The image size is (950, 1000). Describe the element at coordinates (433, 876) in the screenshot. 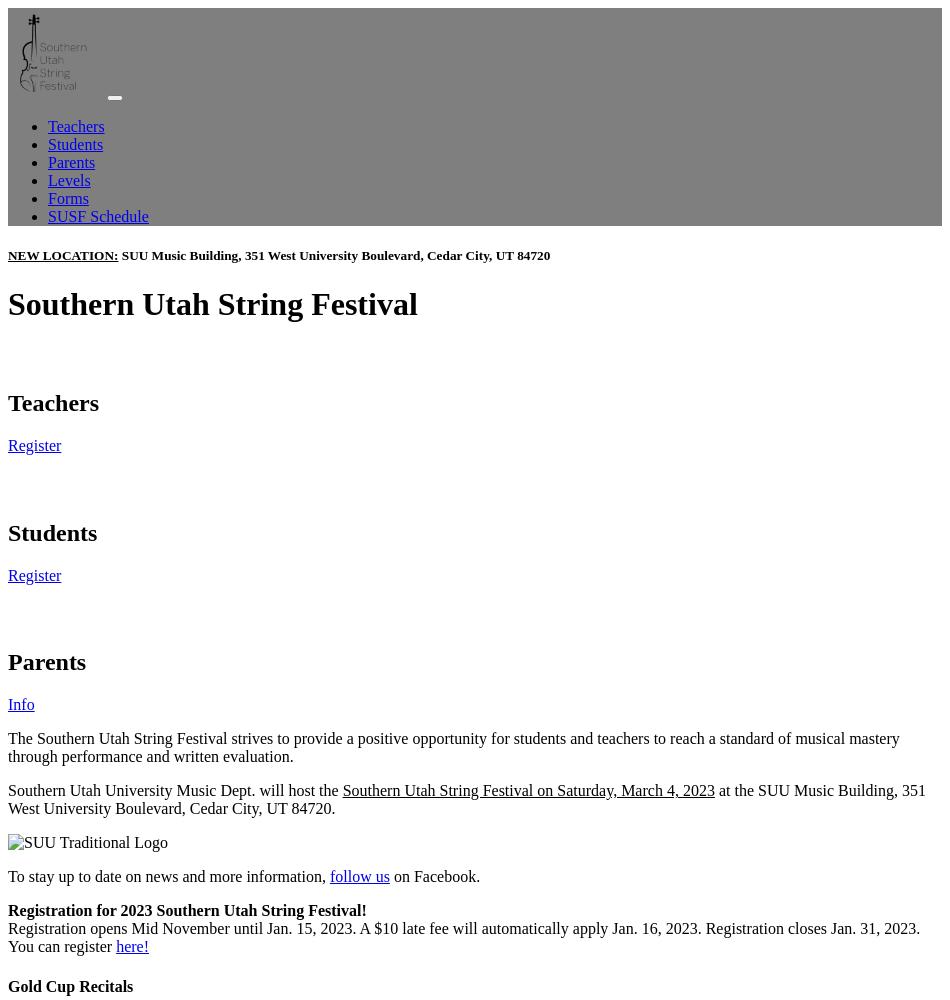

I see `'on Facebook.'` at that location.